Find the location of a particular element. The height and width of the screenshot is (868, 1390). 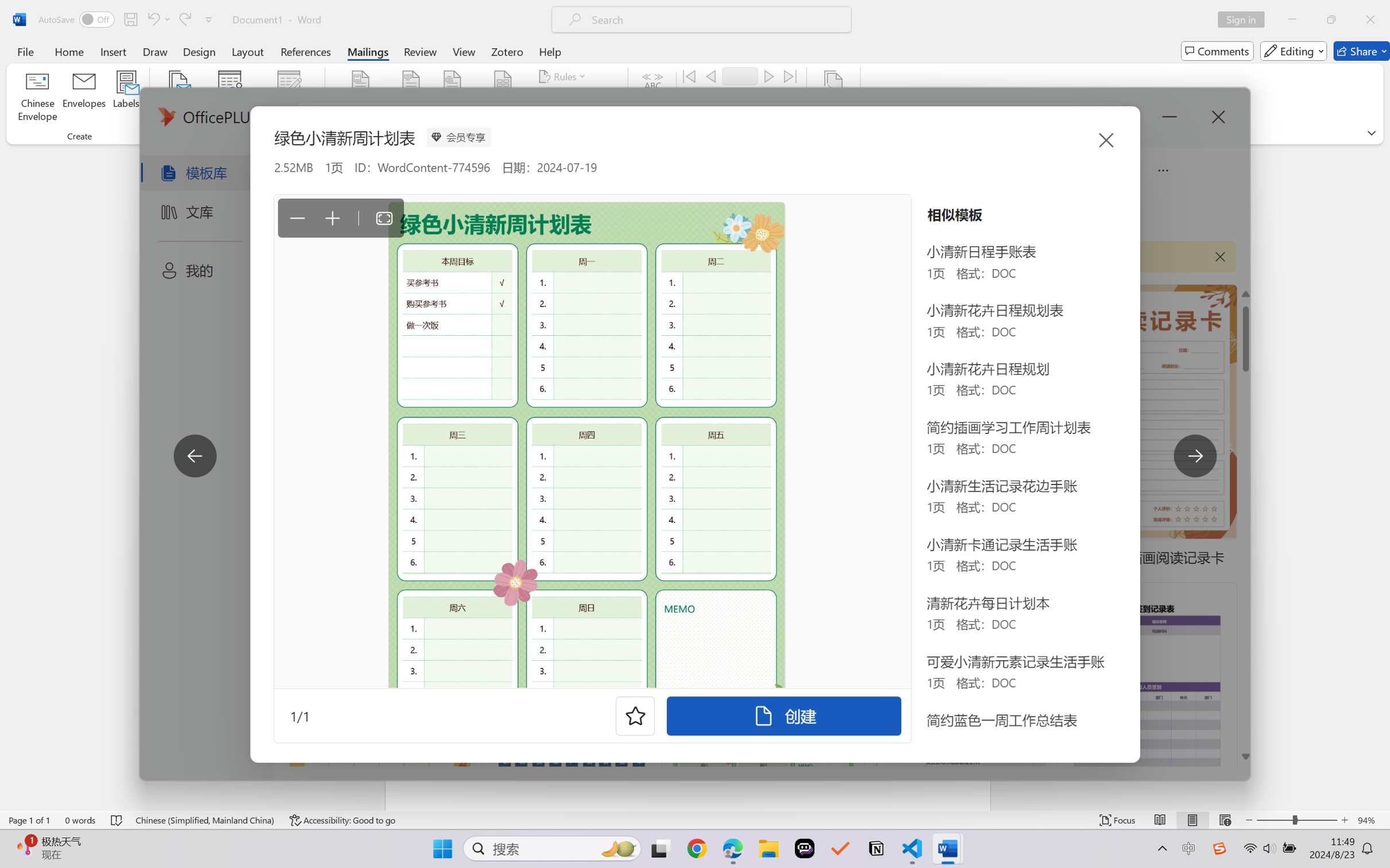

'Redo Apply Quick Style' is located at coordinates (184, 19).